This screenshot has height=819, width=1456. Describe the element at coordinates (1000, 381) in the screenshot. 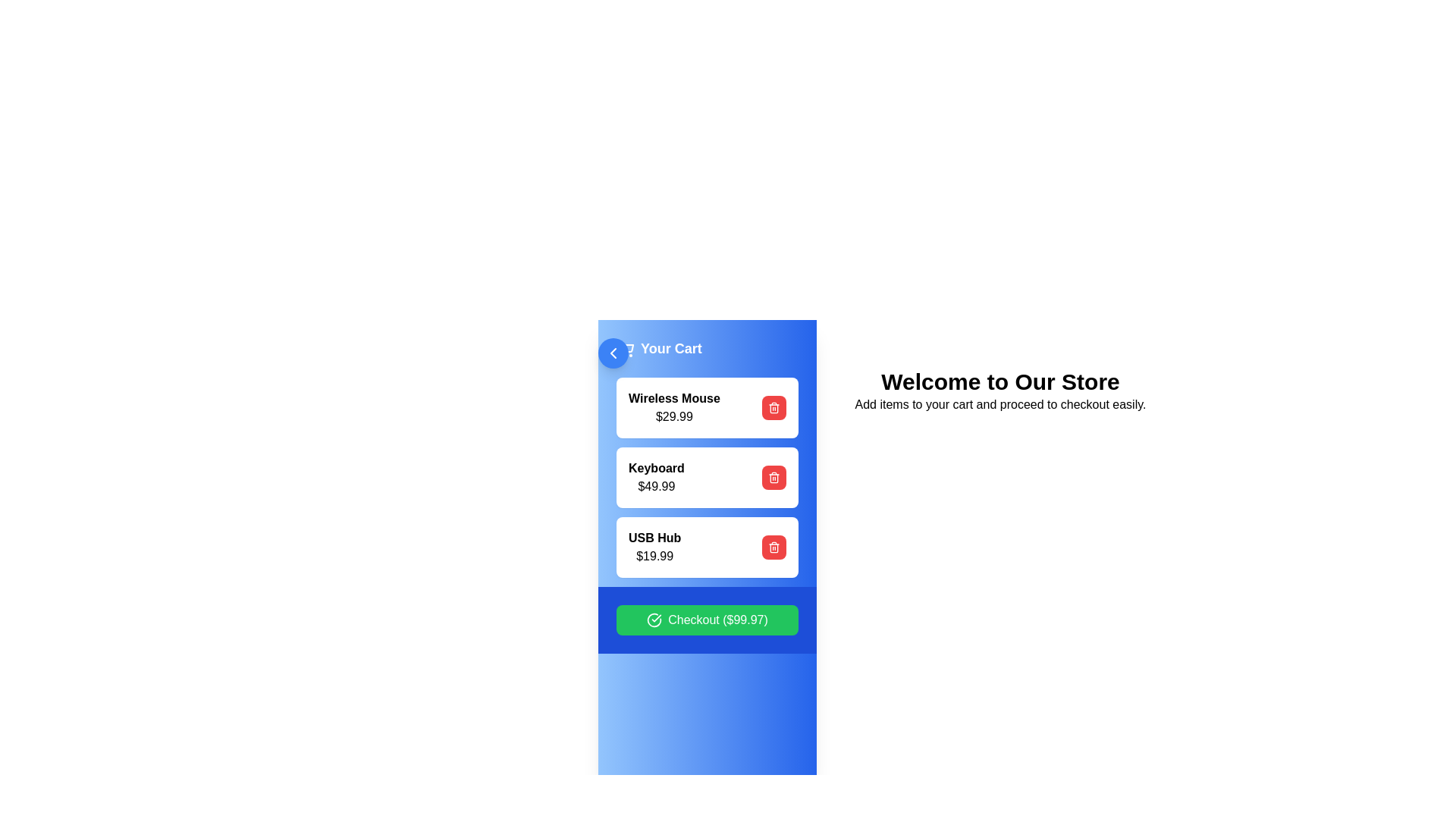

I see `the Text heading that welcomes users to the store interface, positioned above the paragraph with the text 'Add items to your cart and proceed to checkout easily'` at that location.